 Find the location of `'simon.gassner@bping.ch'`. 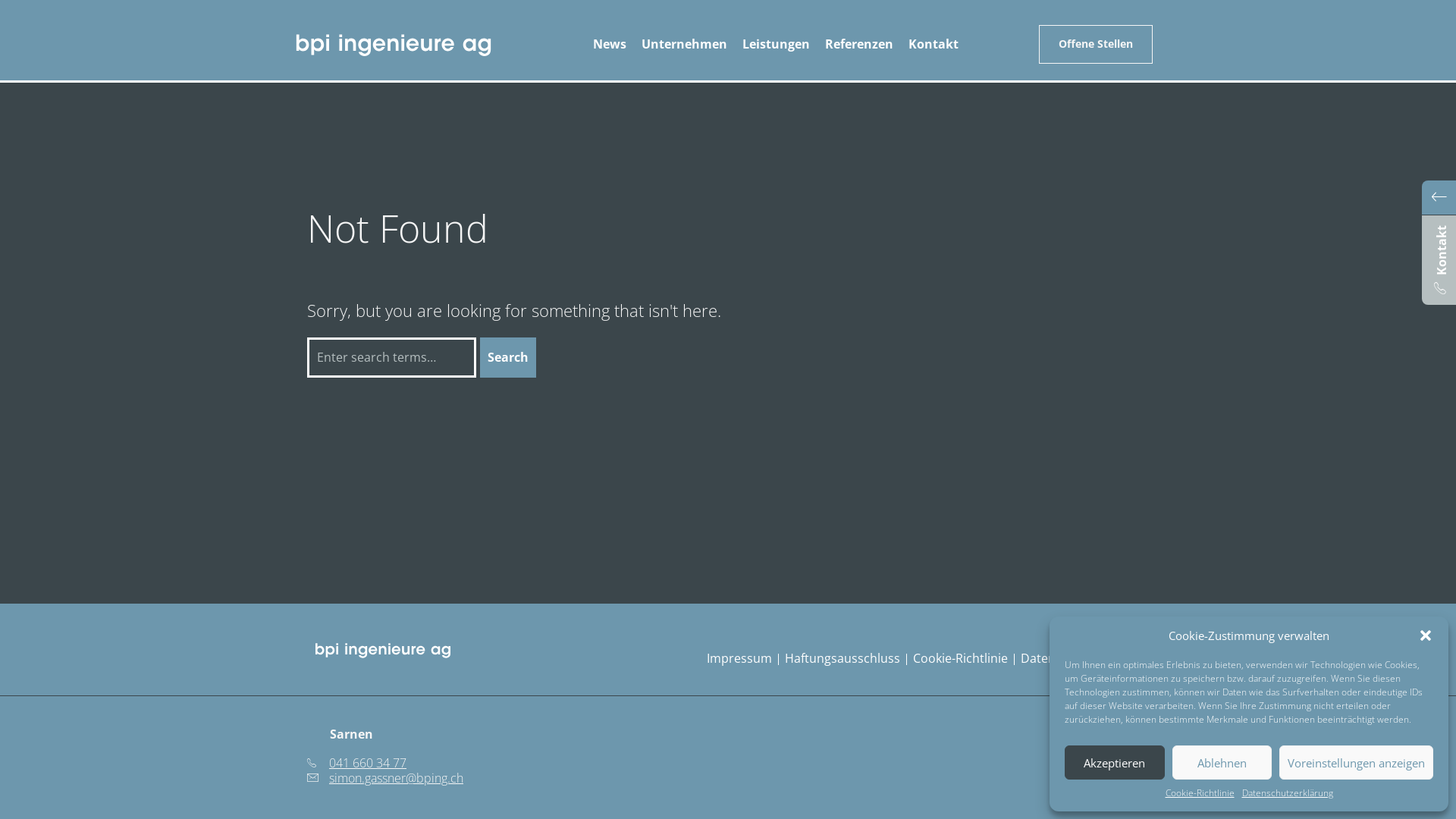

'simon.gassner@bping.ch' is located at coordinates (385, 778).